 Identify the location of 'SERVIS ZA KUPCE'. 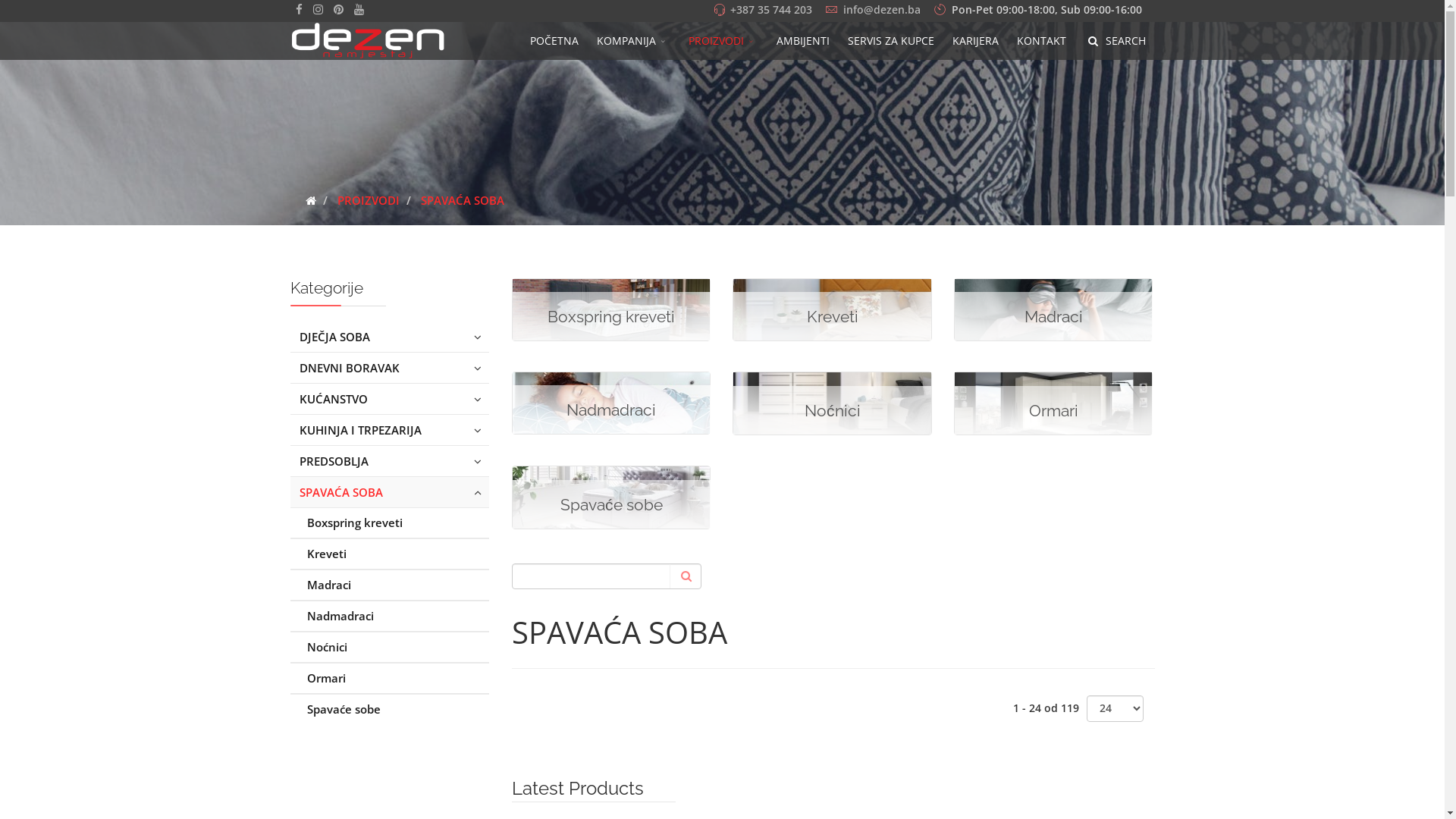
(891, 40).